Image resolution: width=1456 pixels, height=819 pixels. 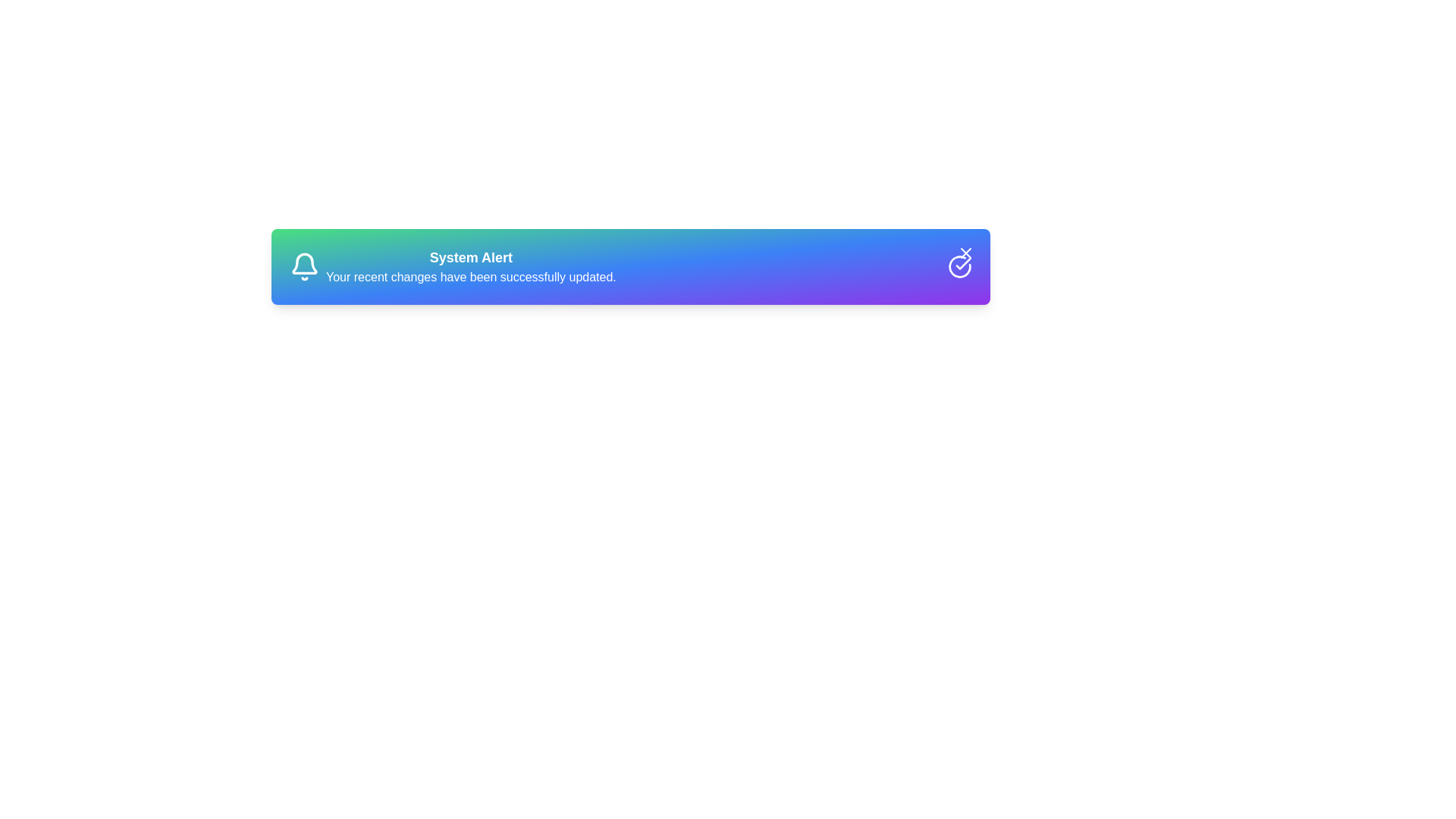 I want to click on the close button in the top-right corner of the alert, so click(x=965, y=253).